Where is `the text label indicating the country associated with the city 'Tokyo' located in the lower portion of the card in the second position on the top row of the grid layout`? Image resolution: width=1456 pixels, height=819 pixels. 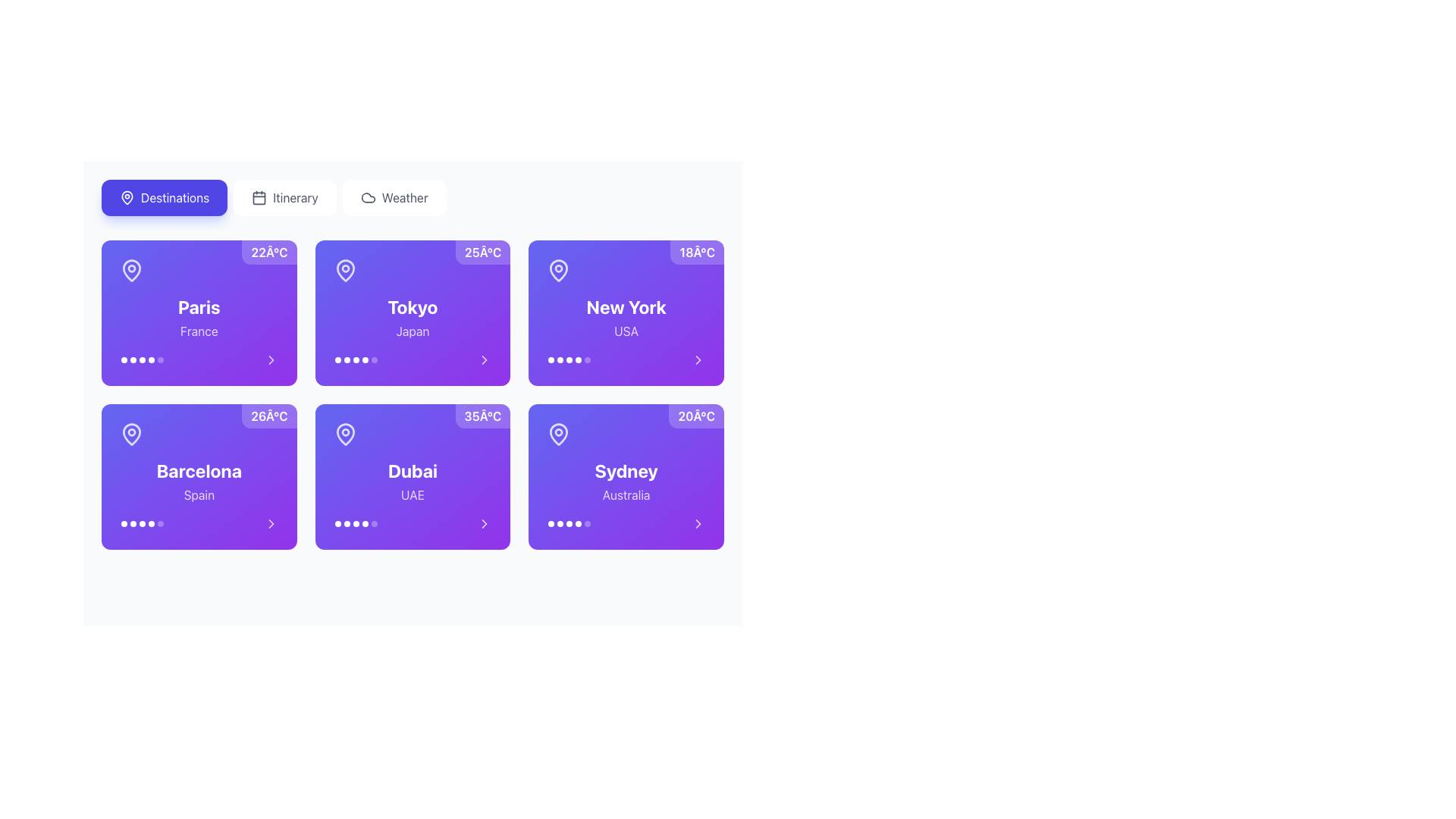 the text label indicating the country associated with the city 'Tokyo' located in the lower portion of the card in the second position on the top row of the grid layout is located at coordinates (413, 330).